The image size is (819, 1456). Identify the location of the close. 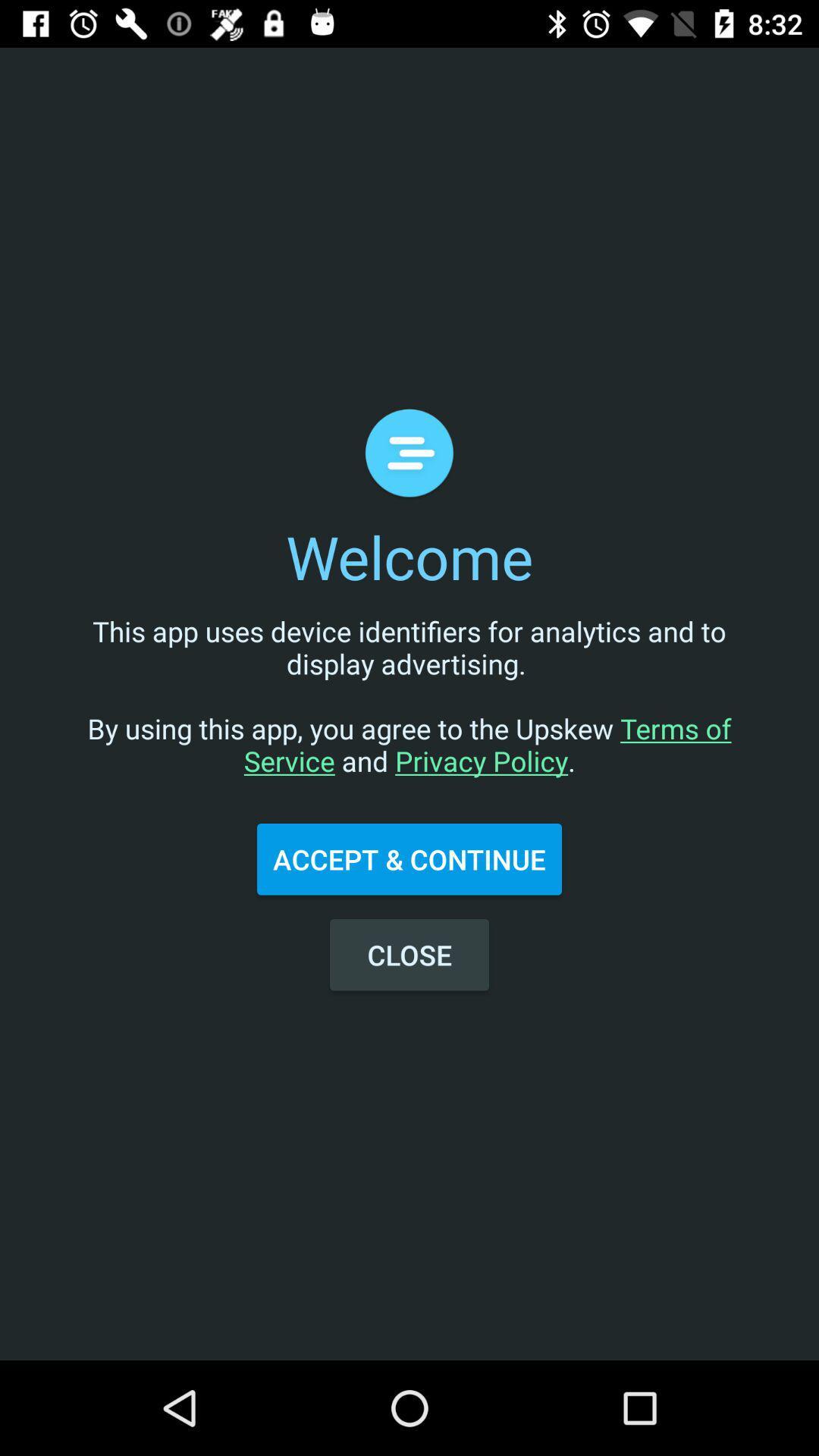
(409, 954).